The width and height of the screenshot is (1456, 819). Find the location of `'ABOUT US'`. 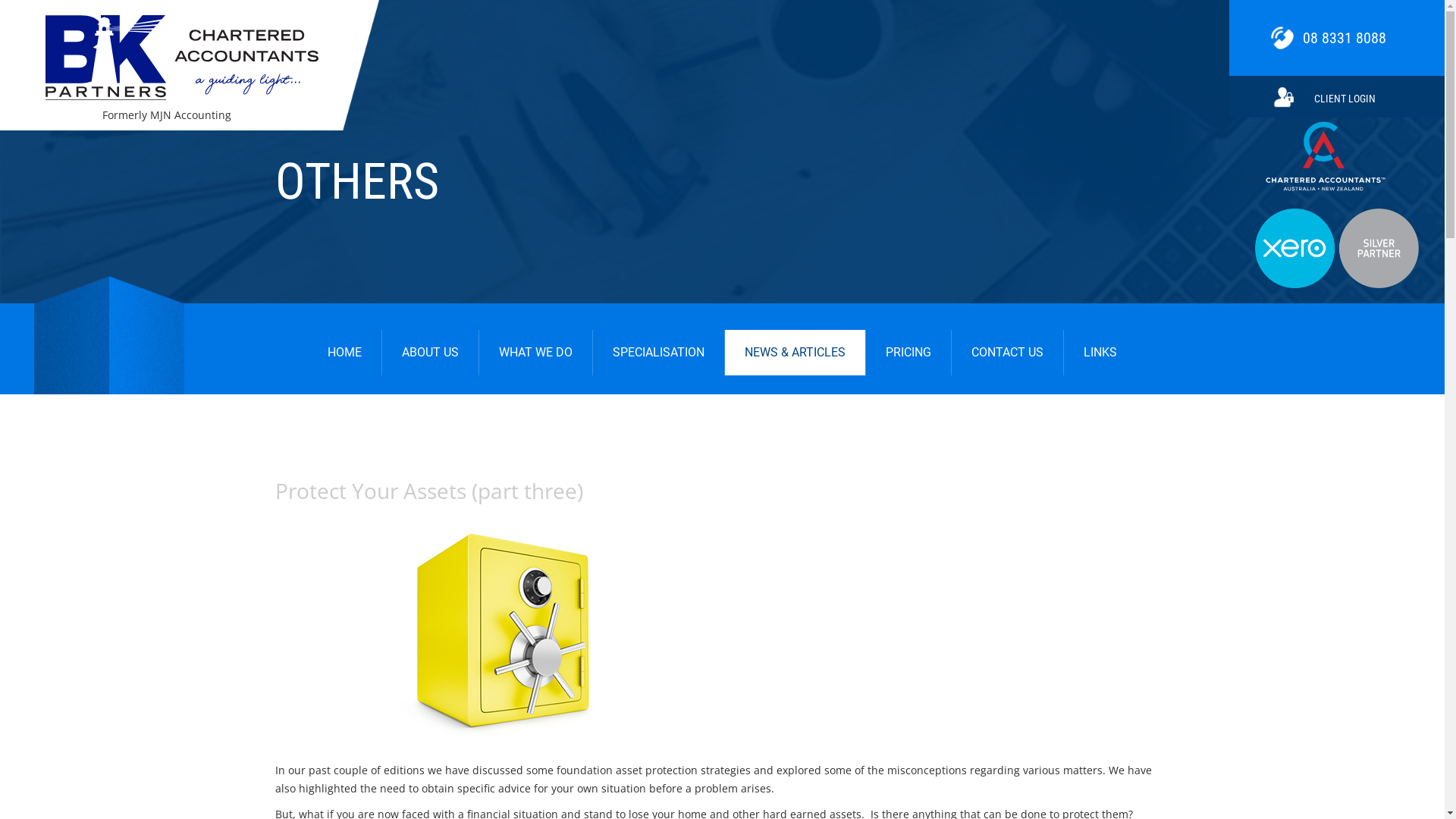

'ABOUT US' is located at coordinates (382, 353).